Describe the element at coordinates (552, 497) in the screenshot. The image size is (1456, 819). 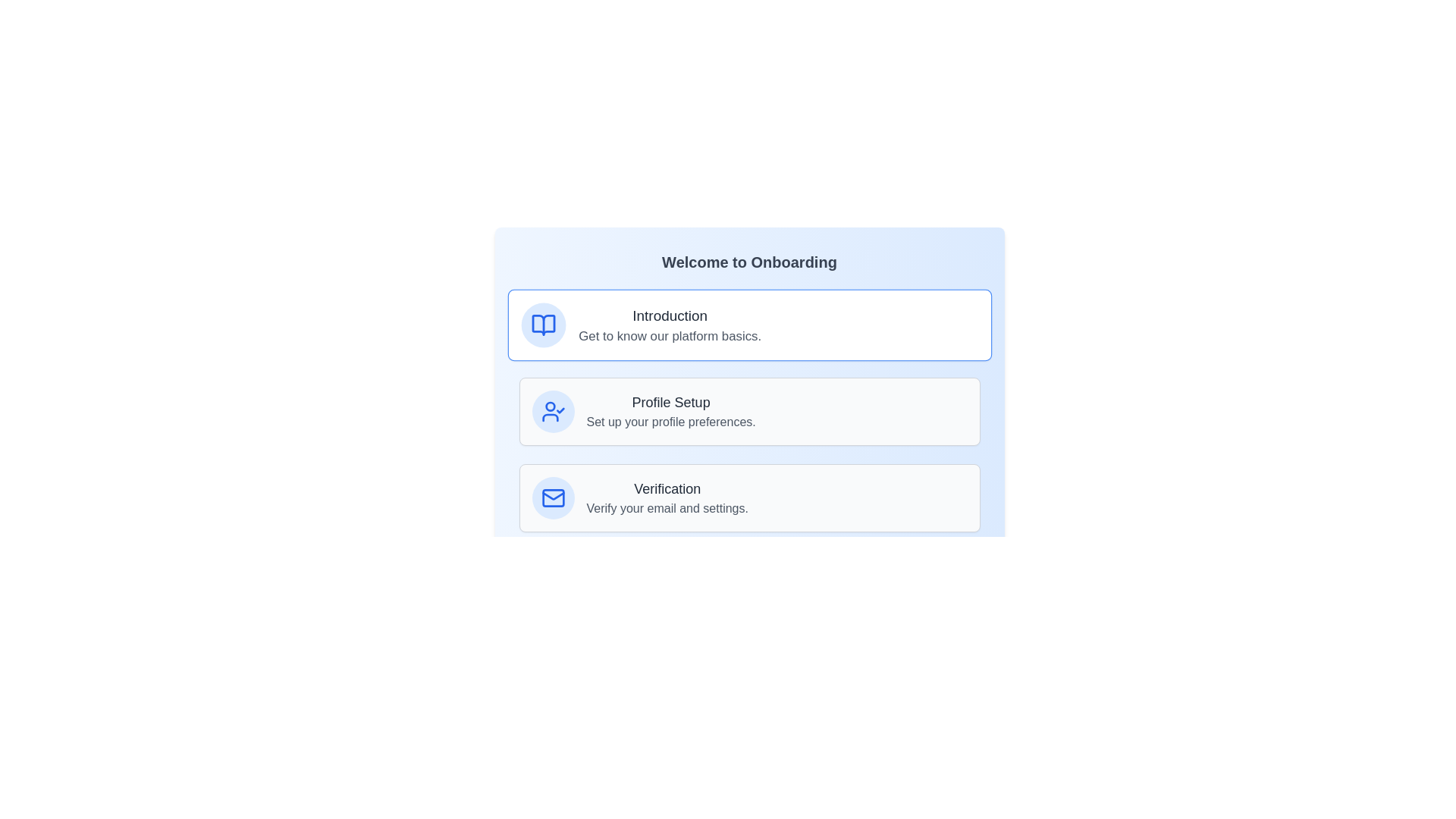
I see `the 'Verification' onboarding step icon, located at the top left next to the title 'Verification' and description 'Verify your email and settings.'` at that location.